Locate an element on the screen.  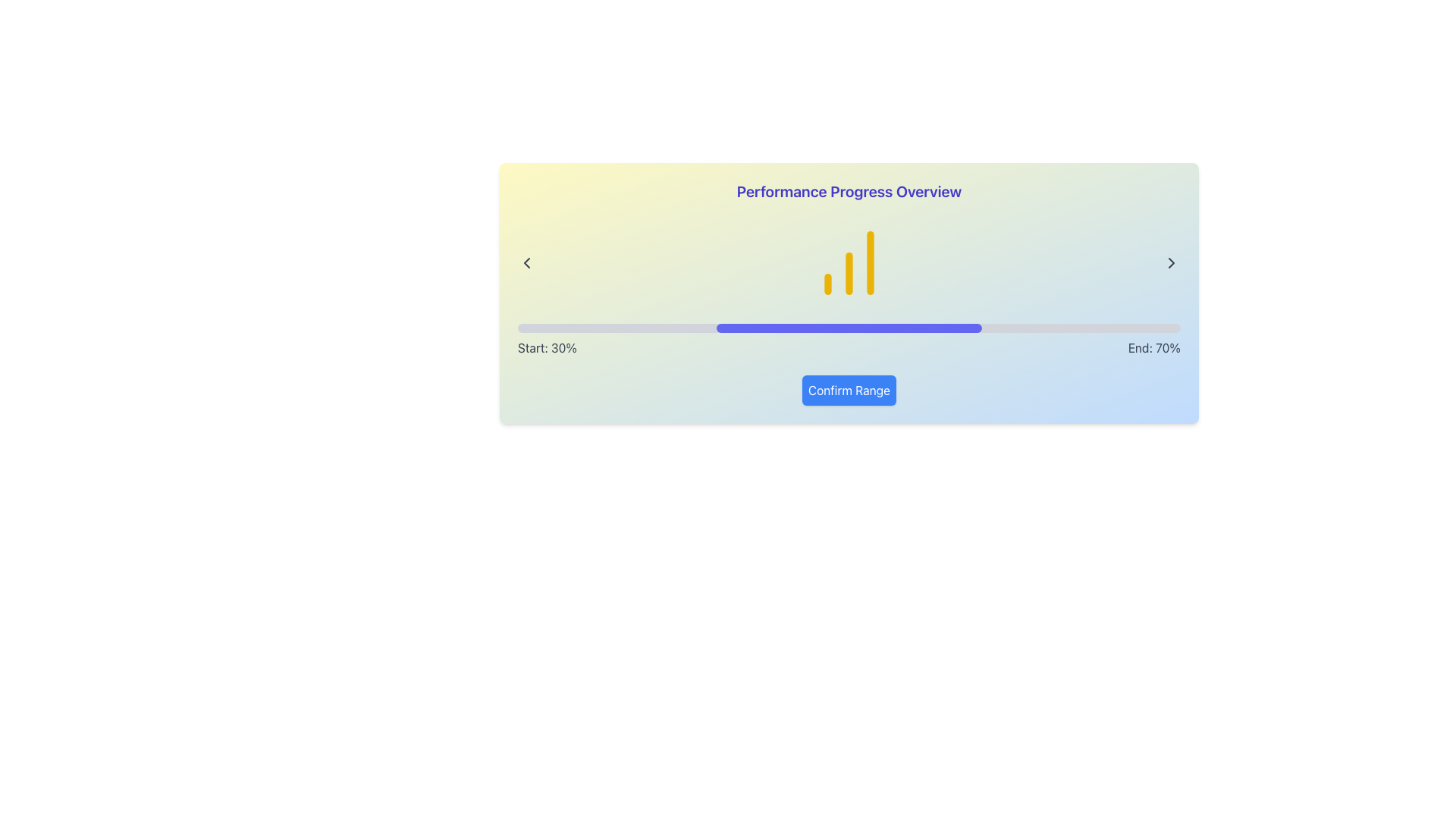
the Data Visualization Panel located beneath the 'Performance Progress Overview' header is located at coordinates (848, 262).